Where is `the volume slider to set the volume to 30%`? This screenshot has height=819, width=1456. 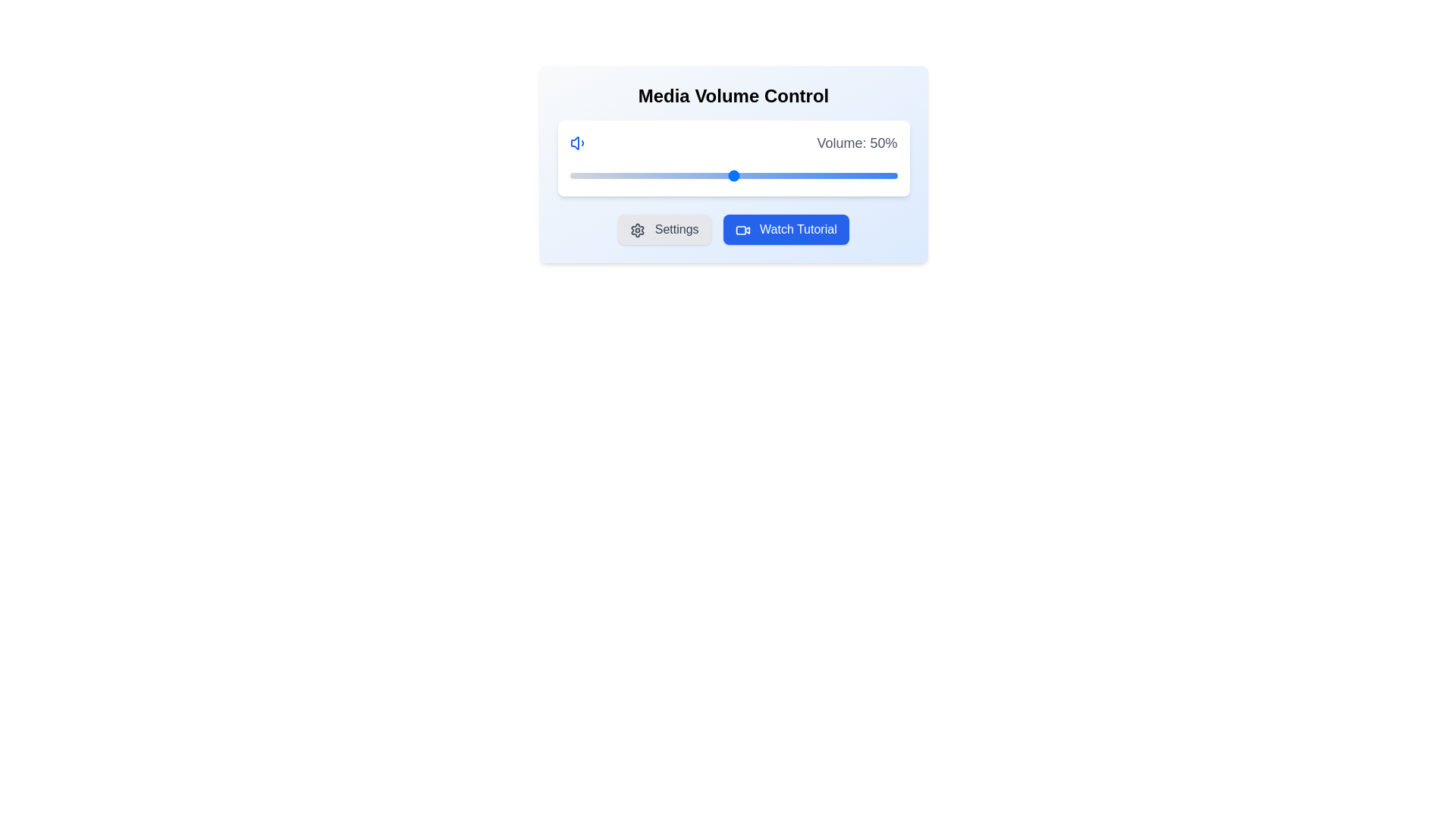 the volume slider to set the volume to 30% is located at coordinates (667, 174).